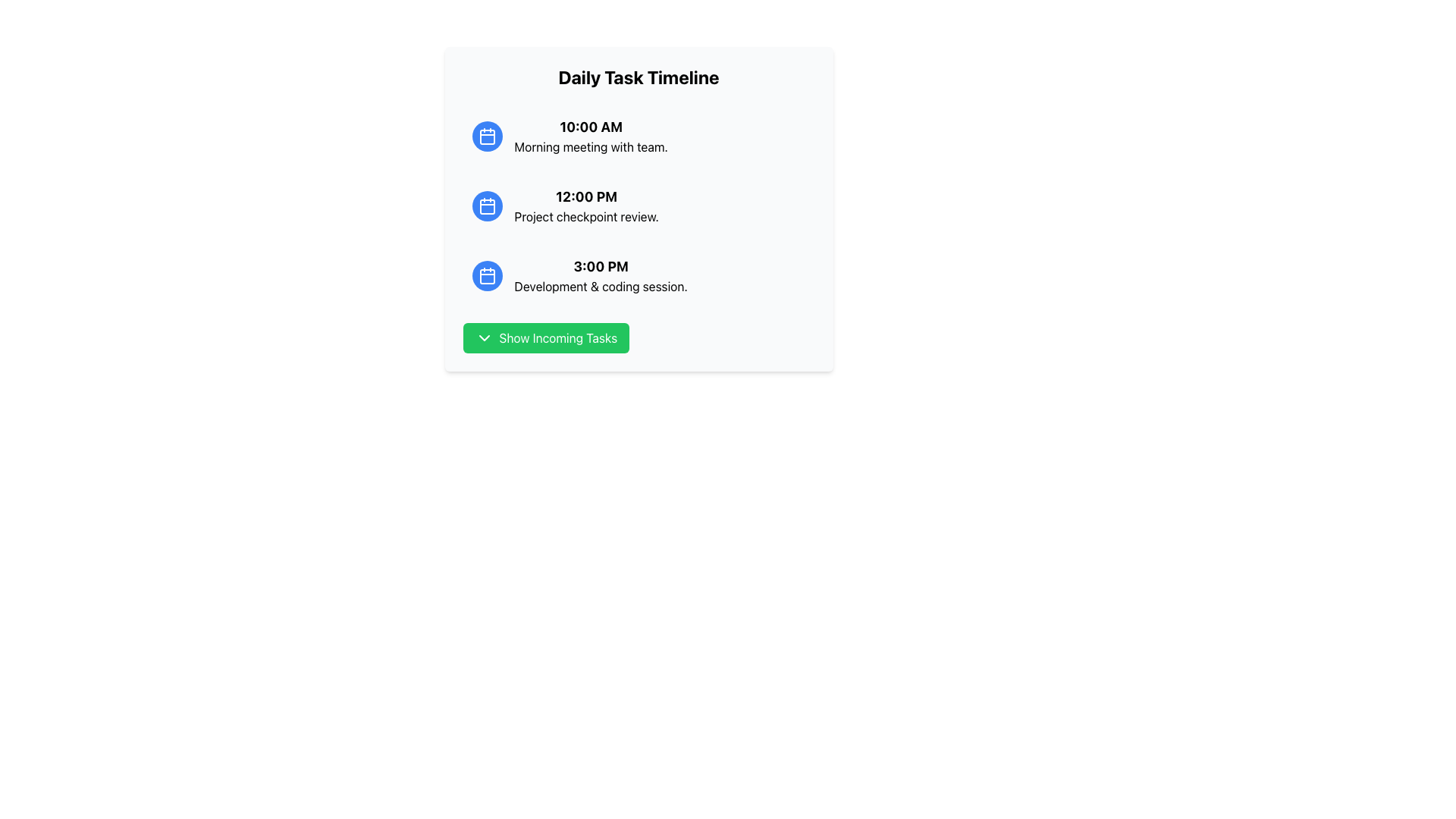 Image resolution: width=1456 pixels, height=819 pixels. I want to click on text from the bold, large font static text block titled 'Daily Task Timeline' located at the top of the light gray panel, so click(639, 77).